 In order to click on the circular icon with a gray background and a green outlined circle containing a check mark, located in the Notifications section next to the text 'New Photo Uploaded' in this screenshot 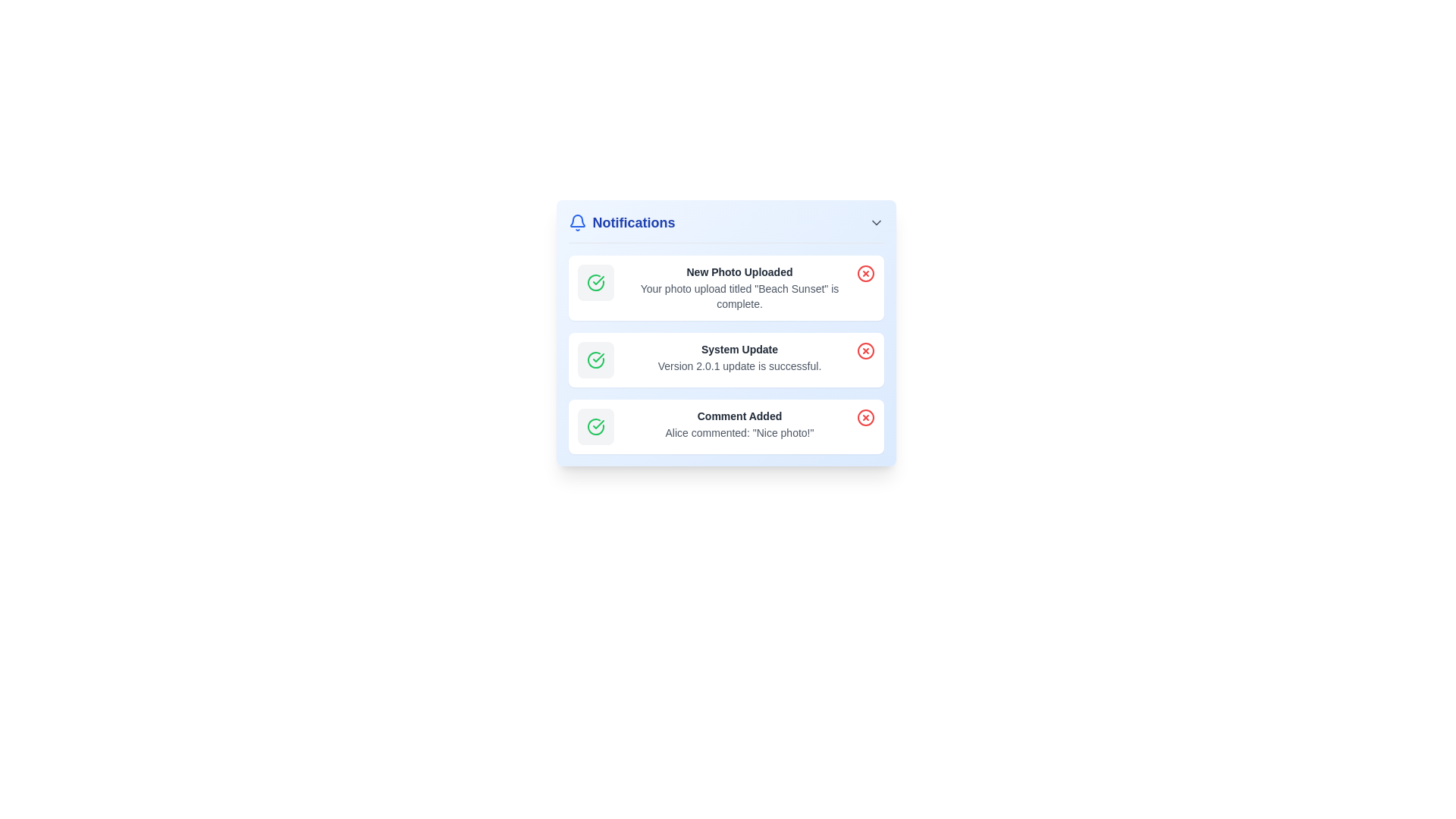, I will do `click(595, 283)`.